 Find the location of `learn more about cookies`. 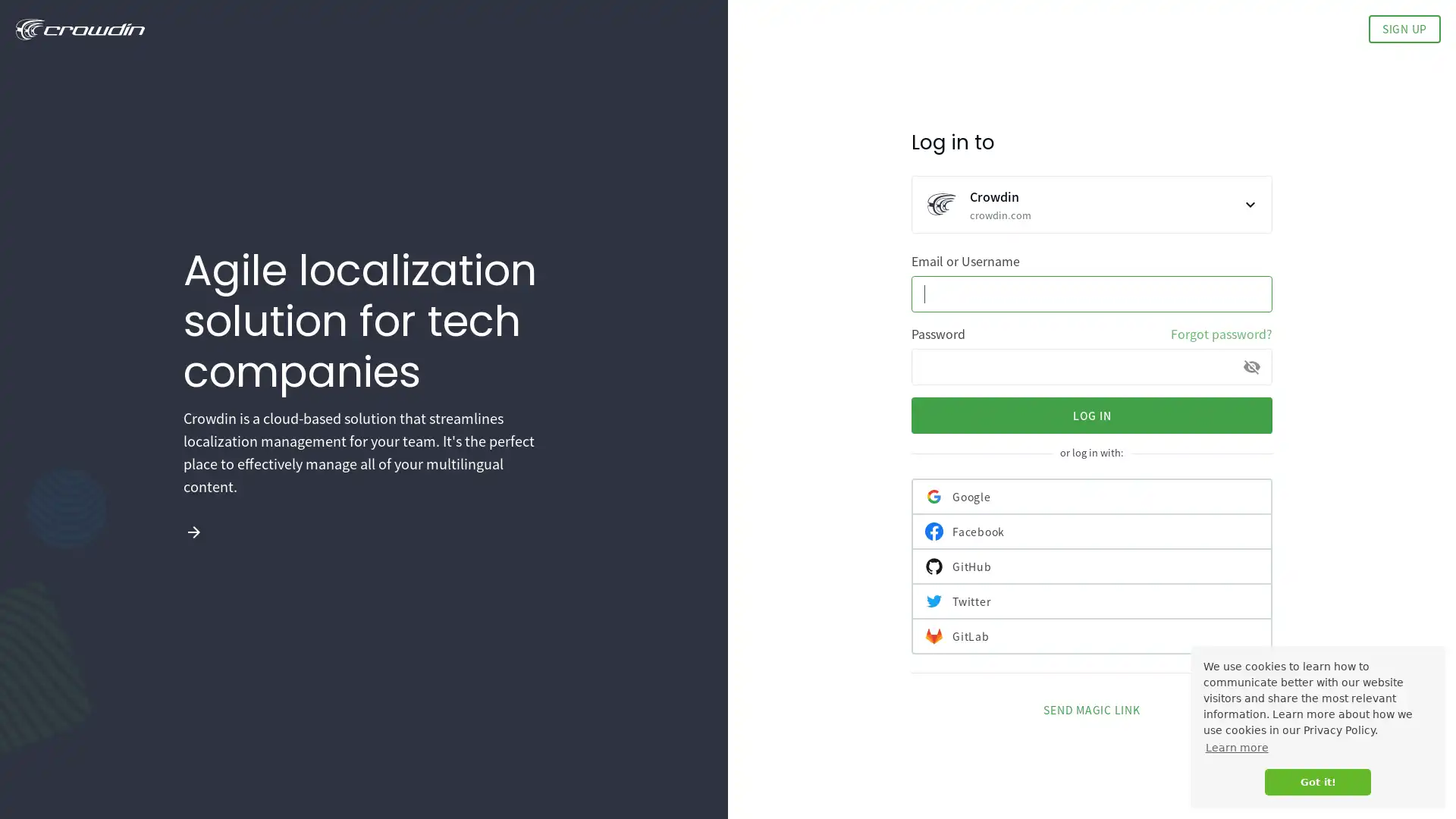

learn more about cookies is located at coordinates (1236, 747).